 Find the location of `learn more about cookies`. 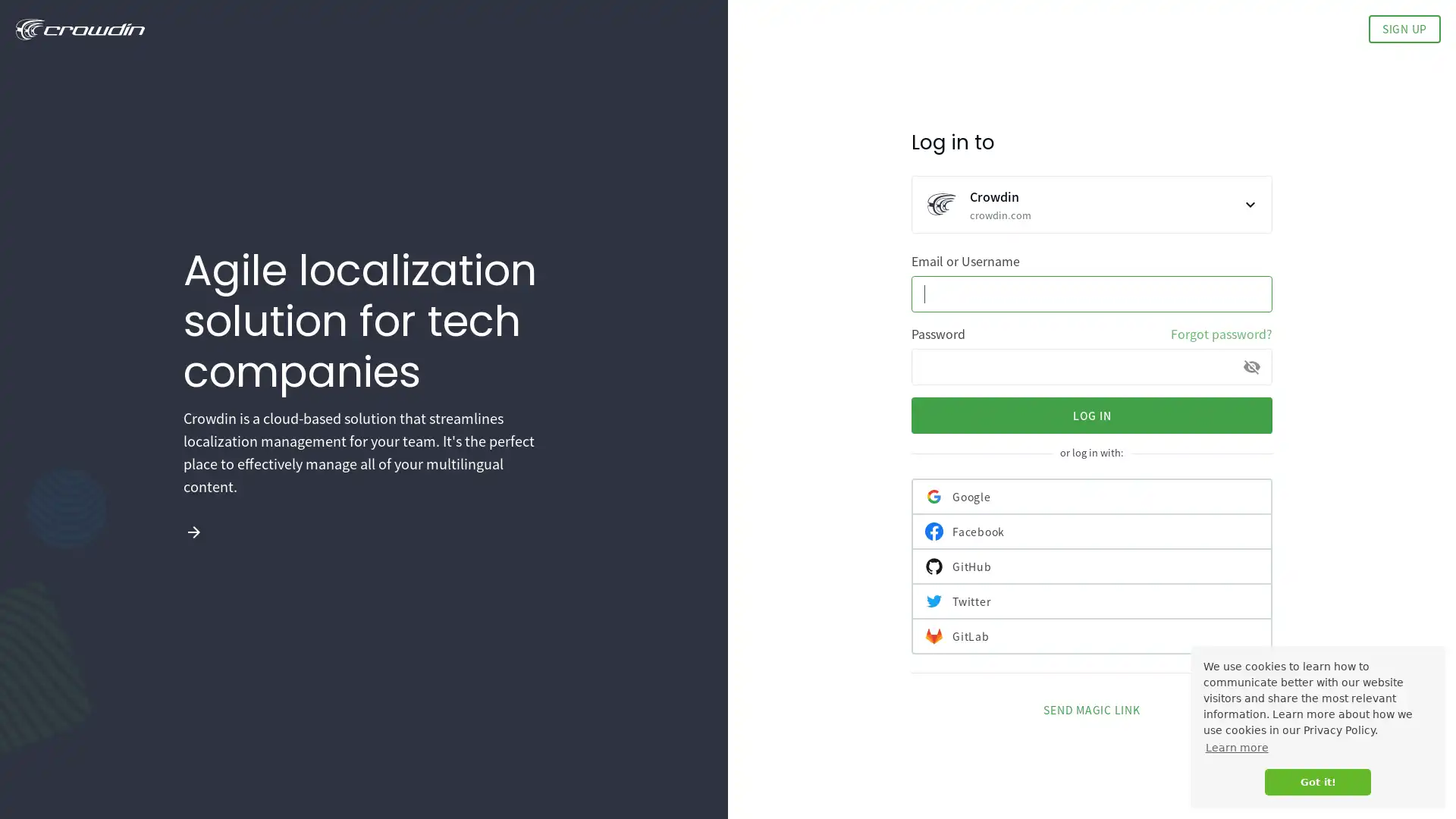

learn more about cookies is located at coordinates (1236, 747).